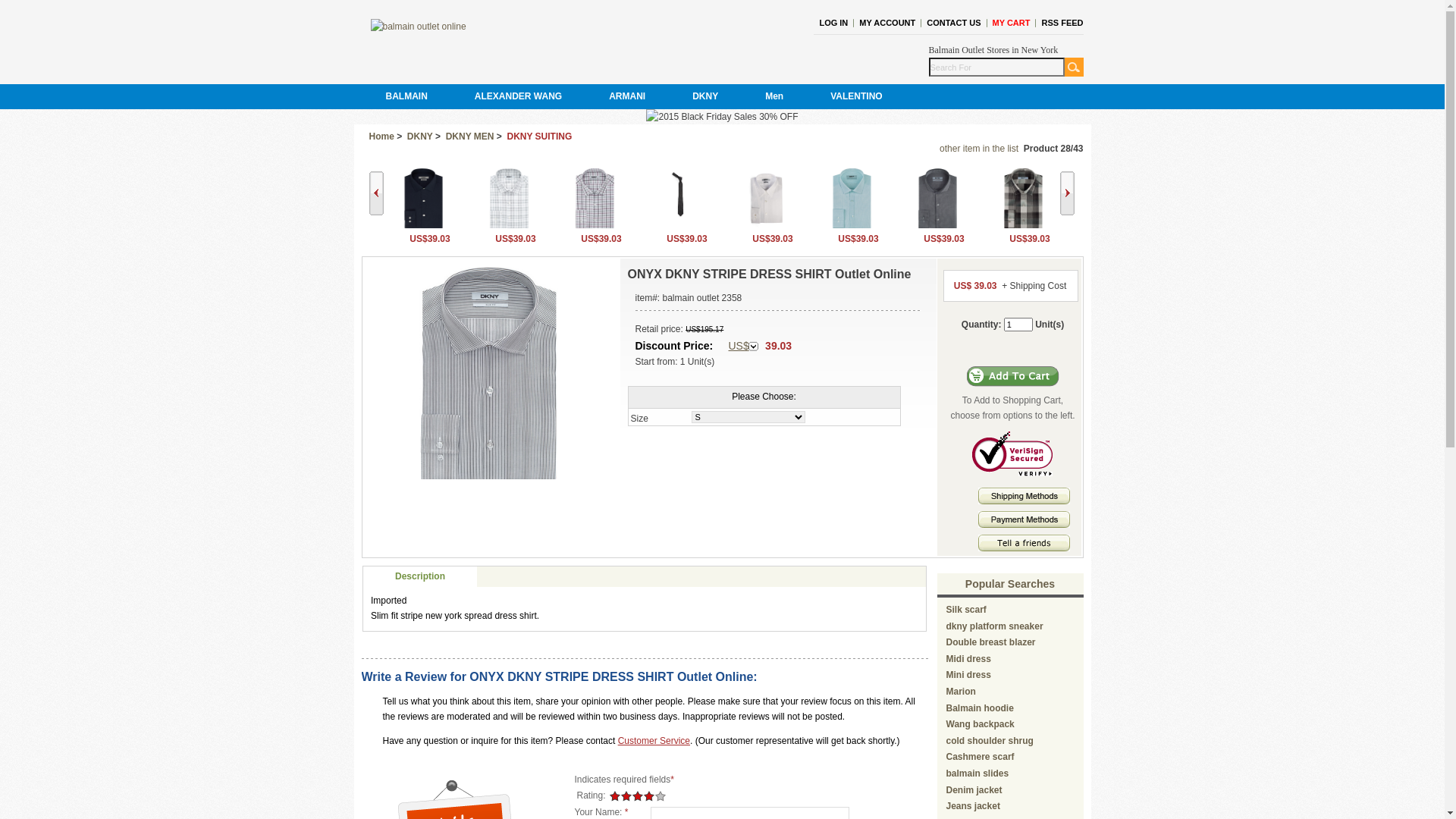 This screenshot has width=1456, height=819. I want to click on ' Tell A Friends ', so click(1024, 542).